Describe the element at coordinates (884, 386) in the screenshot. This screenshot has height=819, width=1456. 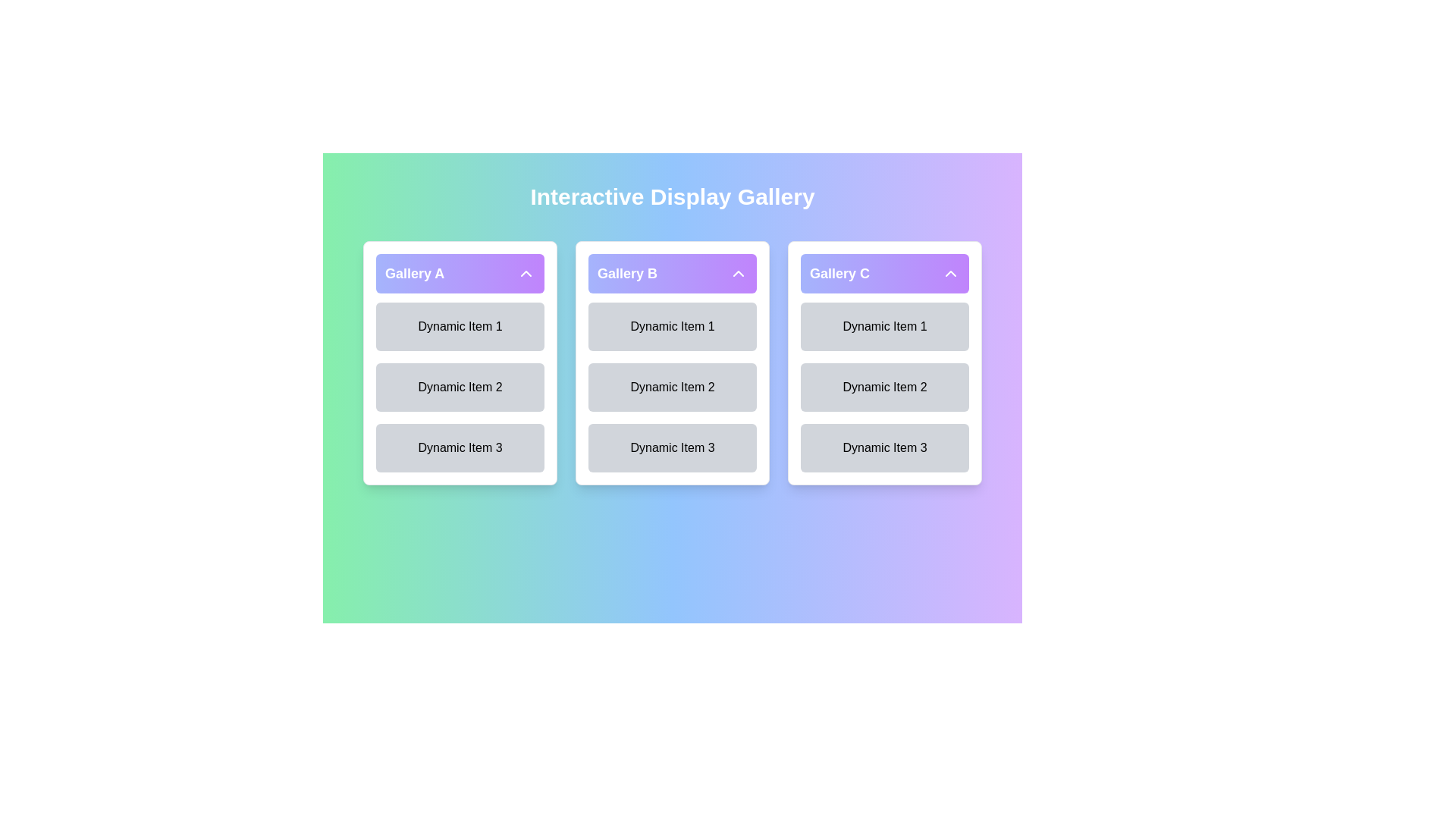
I see `the rectangular button-like component with rounded corners and centered black text 'Dynamic Item 2' in Gallery C, positioned below 'Dynamic Item 1'` at that location.